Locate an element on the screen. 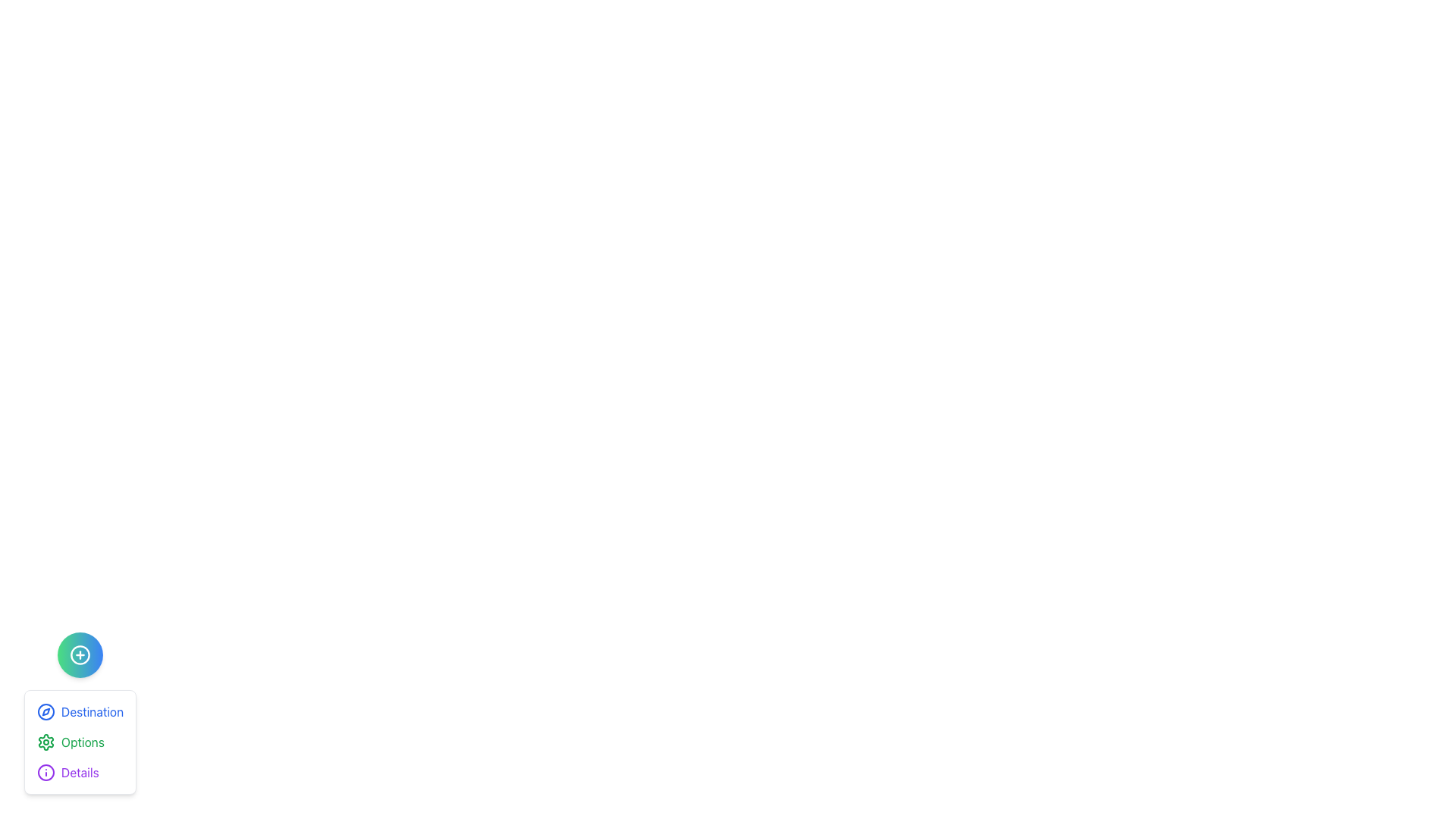 The height and width of the screenshot is (819, 1456). the circular add button located at the bottom left corner of the layout is located at coordinates (79, 654).